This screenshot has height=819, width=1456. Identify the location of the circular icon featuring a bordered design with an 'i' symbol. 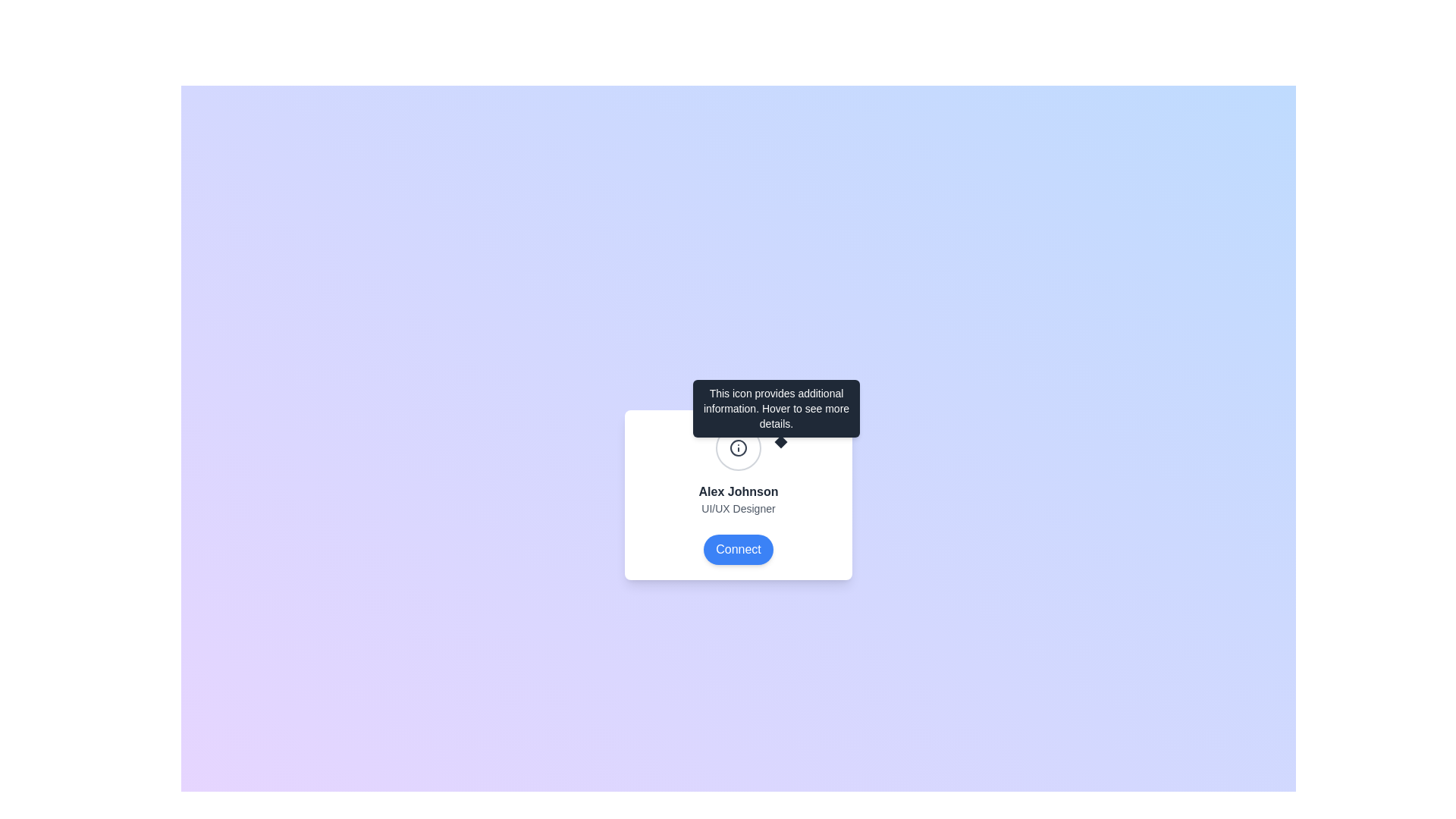
(739, 447).